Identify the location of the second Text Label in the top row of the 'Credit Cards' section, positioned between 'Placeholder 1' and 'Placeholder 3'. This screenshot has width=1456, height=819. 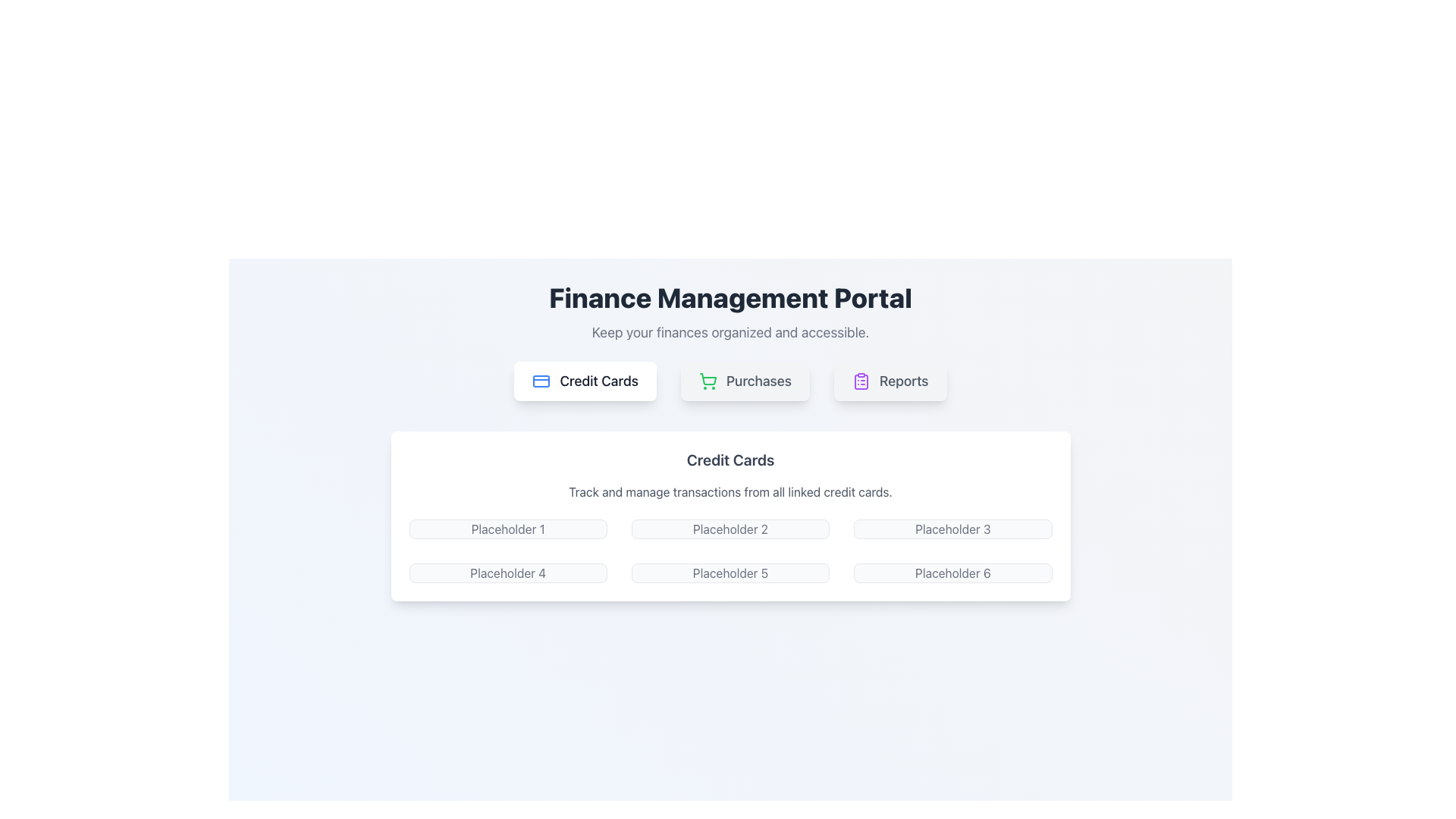
(730, 529).